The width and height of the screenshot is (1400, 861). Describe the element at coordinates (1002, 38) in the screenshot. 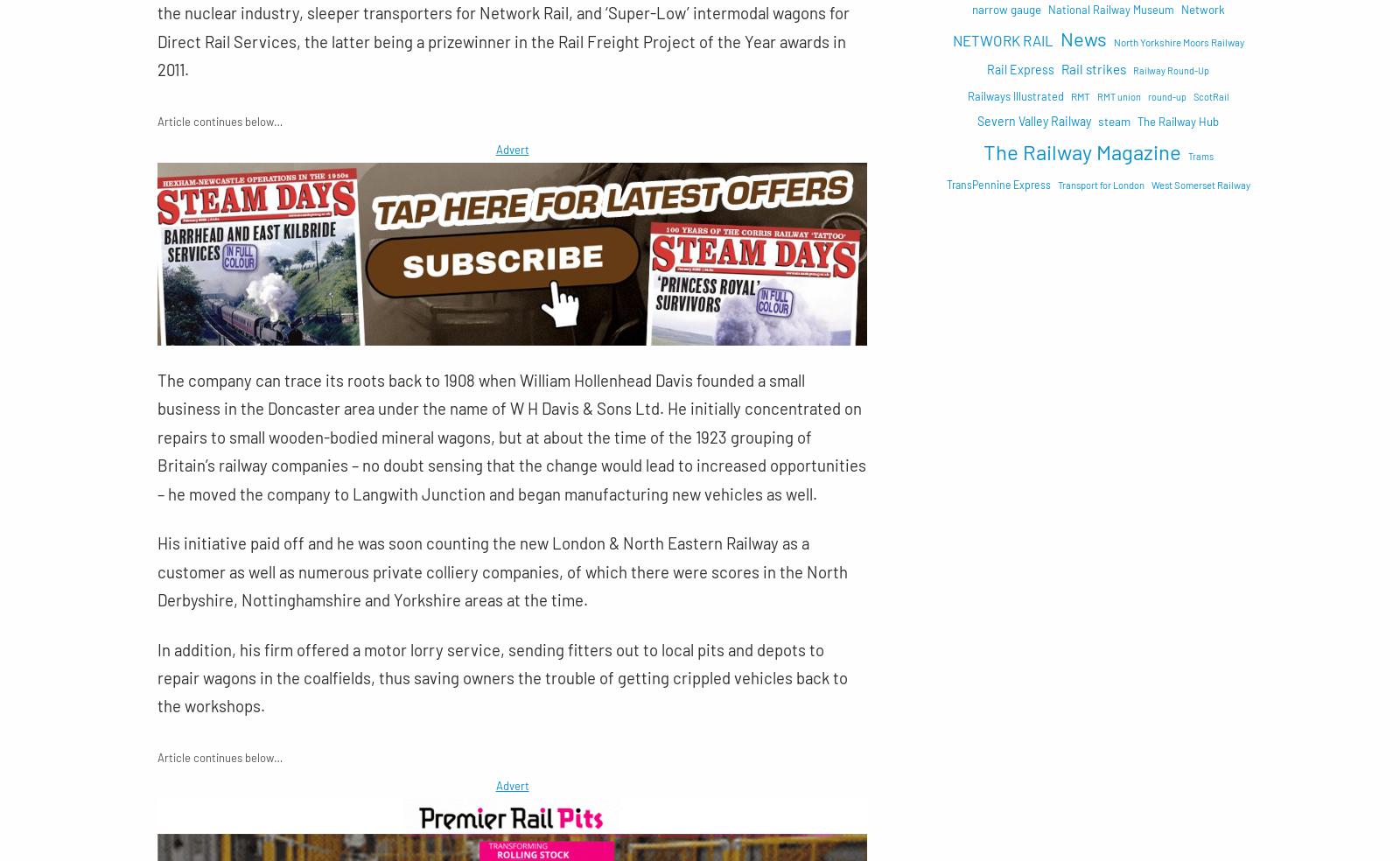

I see `'NETWORK RAIL'` at that location.